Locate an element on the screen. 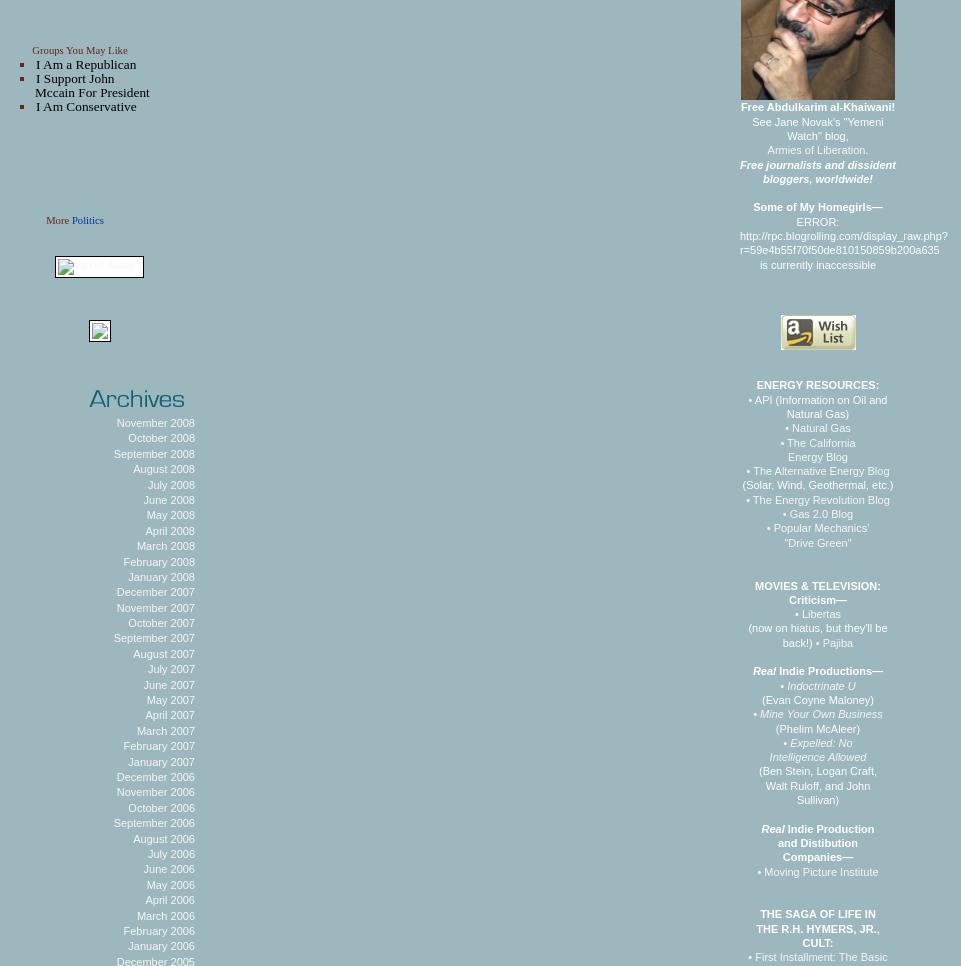 This screenshot has height=966, width=961. 'Politics' is located at coordinates (86, 219).